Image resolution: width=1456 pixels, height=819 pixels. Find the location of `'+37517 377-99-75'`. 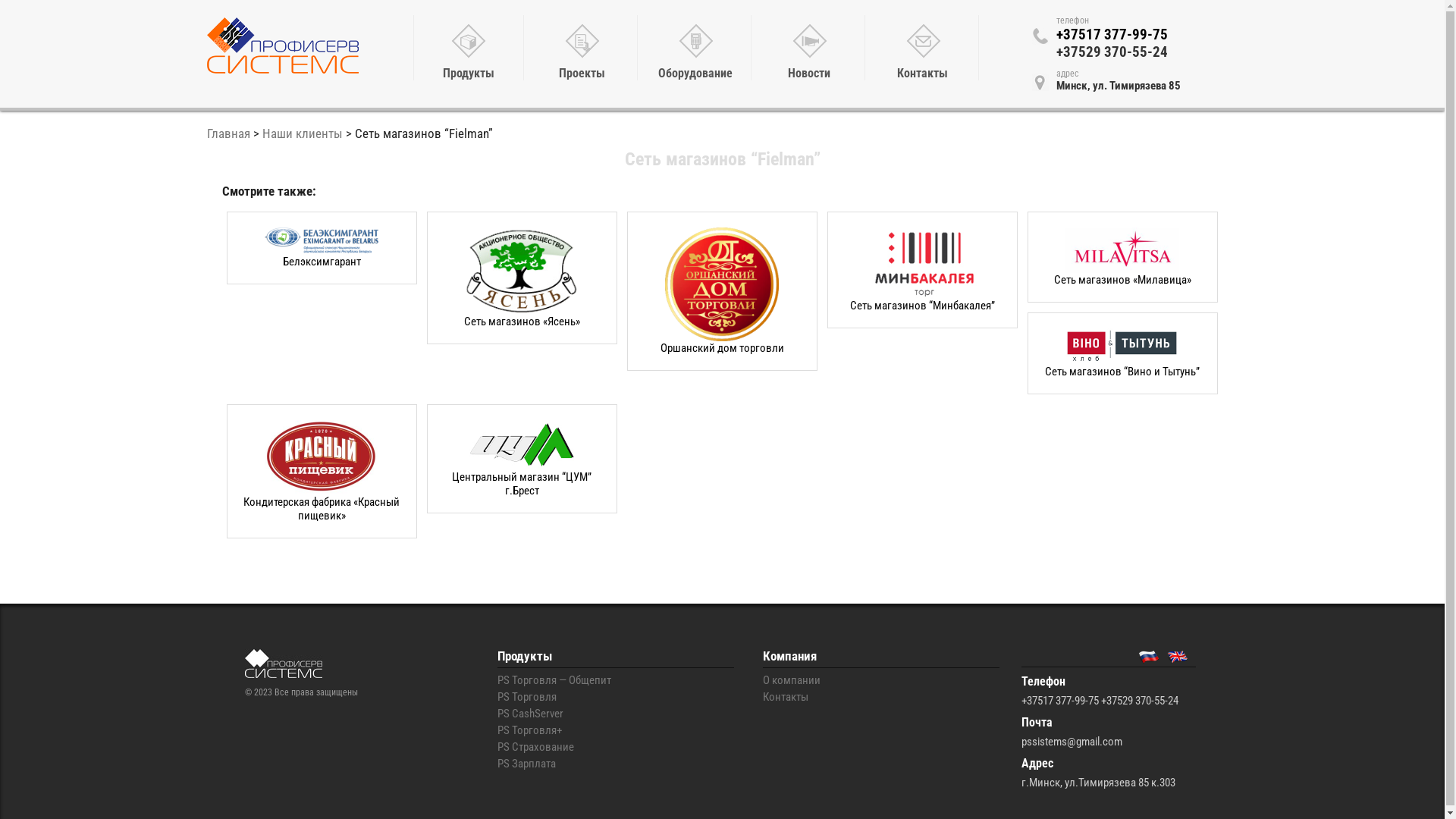

'+37517 377-99-75' is located at coordinates (1055, 34).